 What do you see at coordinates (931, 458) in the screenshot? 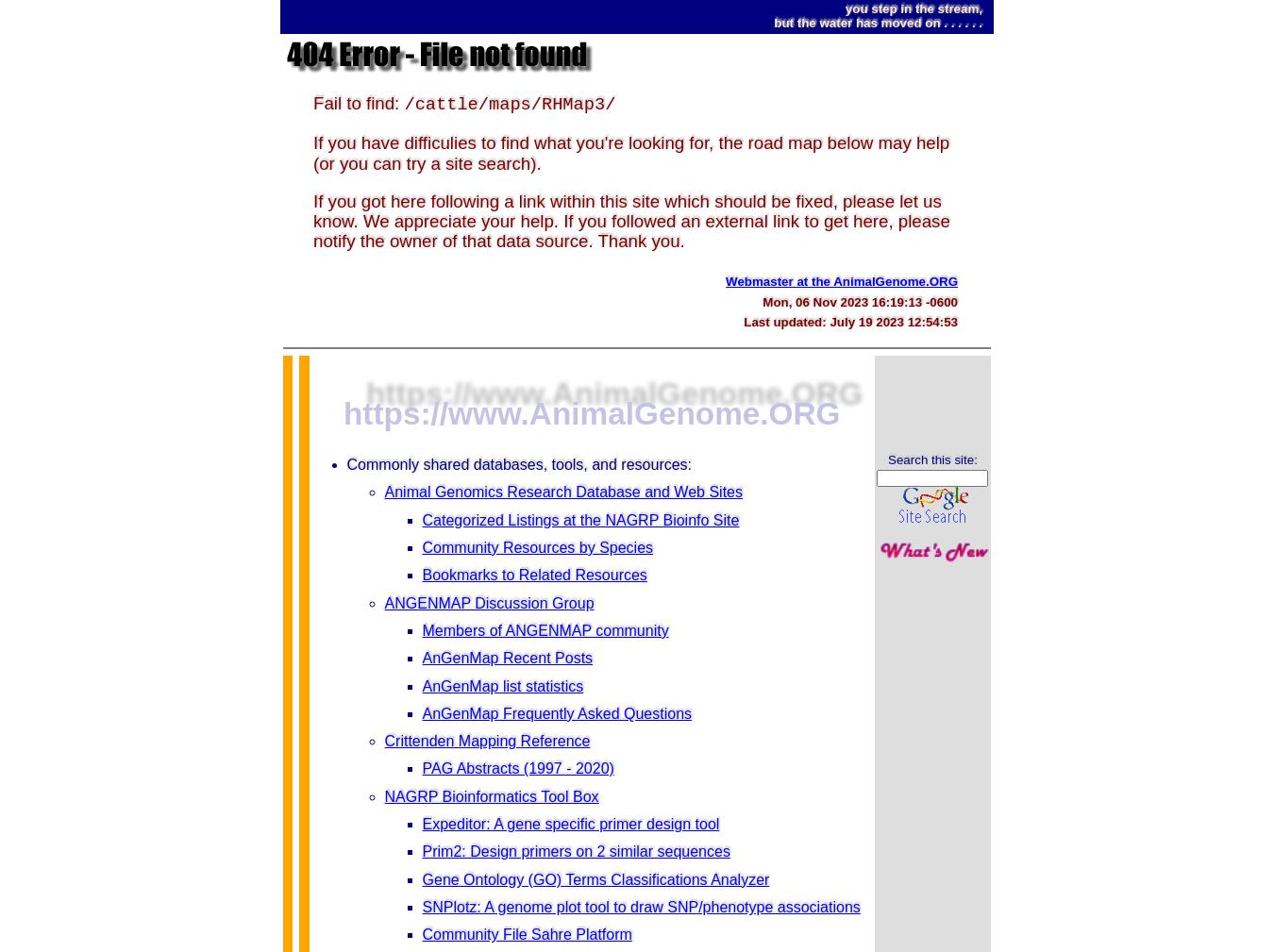
I see `'Search this site:'` at bounding box center [931, 458].